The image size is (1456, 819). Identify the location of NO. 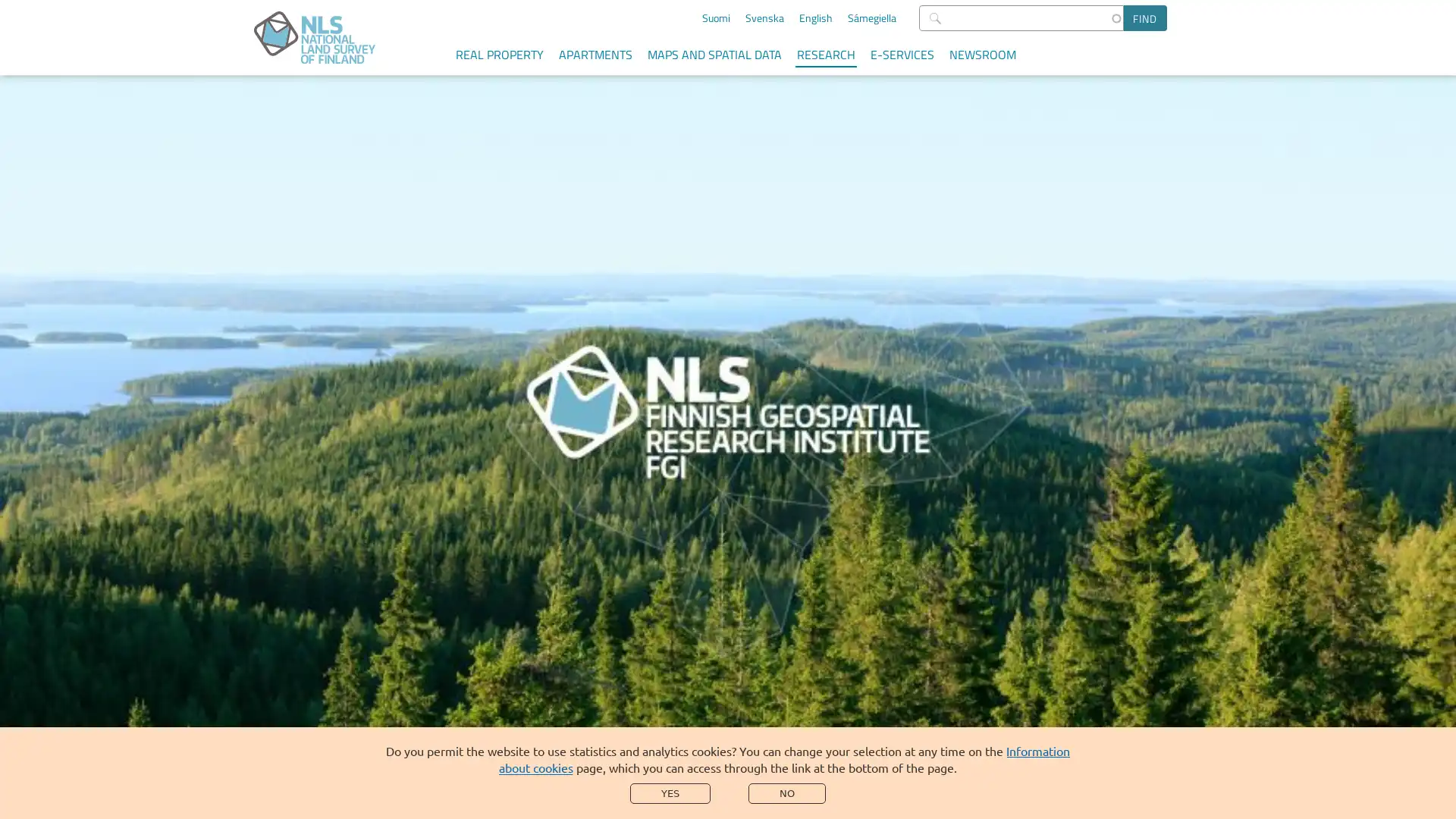
(786, 792).